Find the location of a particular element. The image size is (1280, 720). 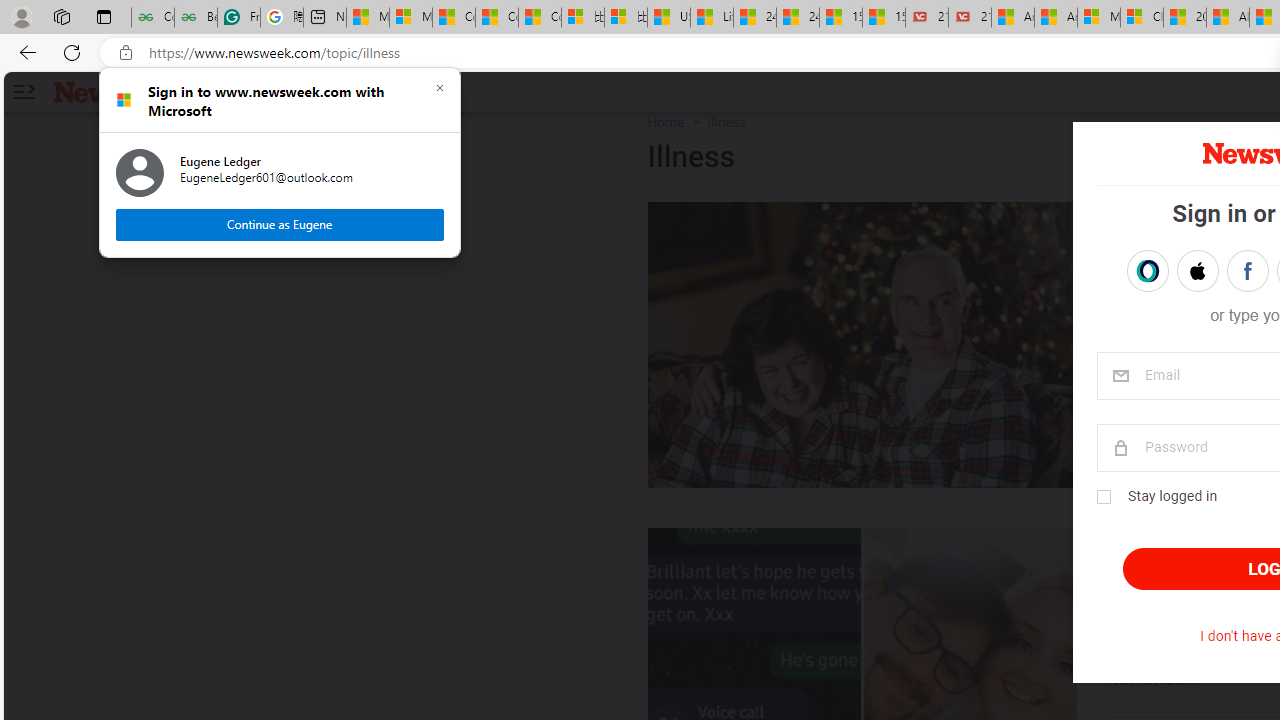

'USA TODAY - MSN' is located at coordinates (668, 17).